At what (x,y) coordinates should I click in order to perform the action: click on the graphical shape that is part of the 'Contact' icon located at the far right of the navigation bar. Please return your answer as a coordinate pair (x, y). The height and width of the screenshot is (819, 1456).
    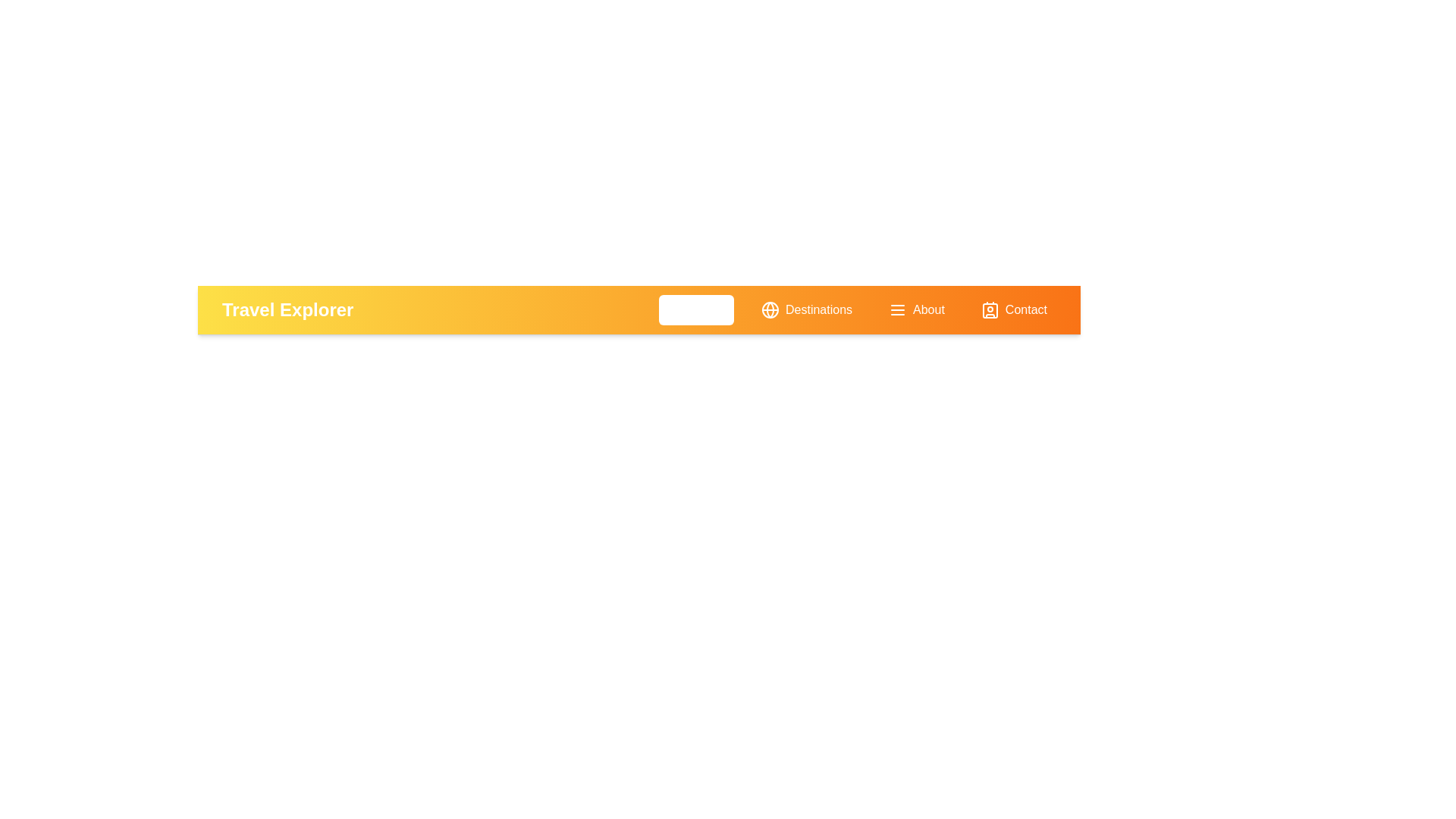
    Looking at the image, I should click on (990, 310).